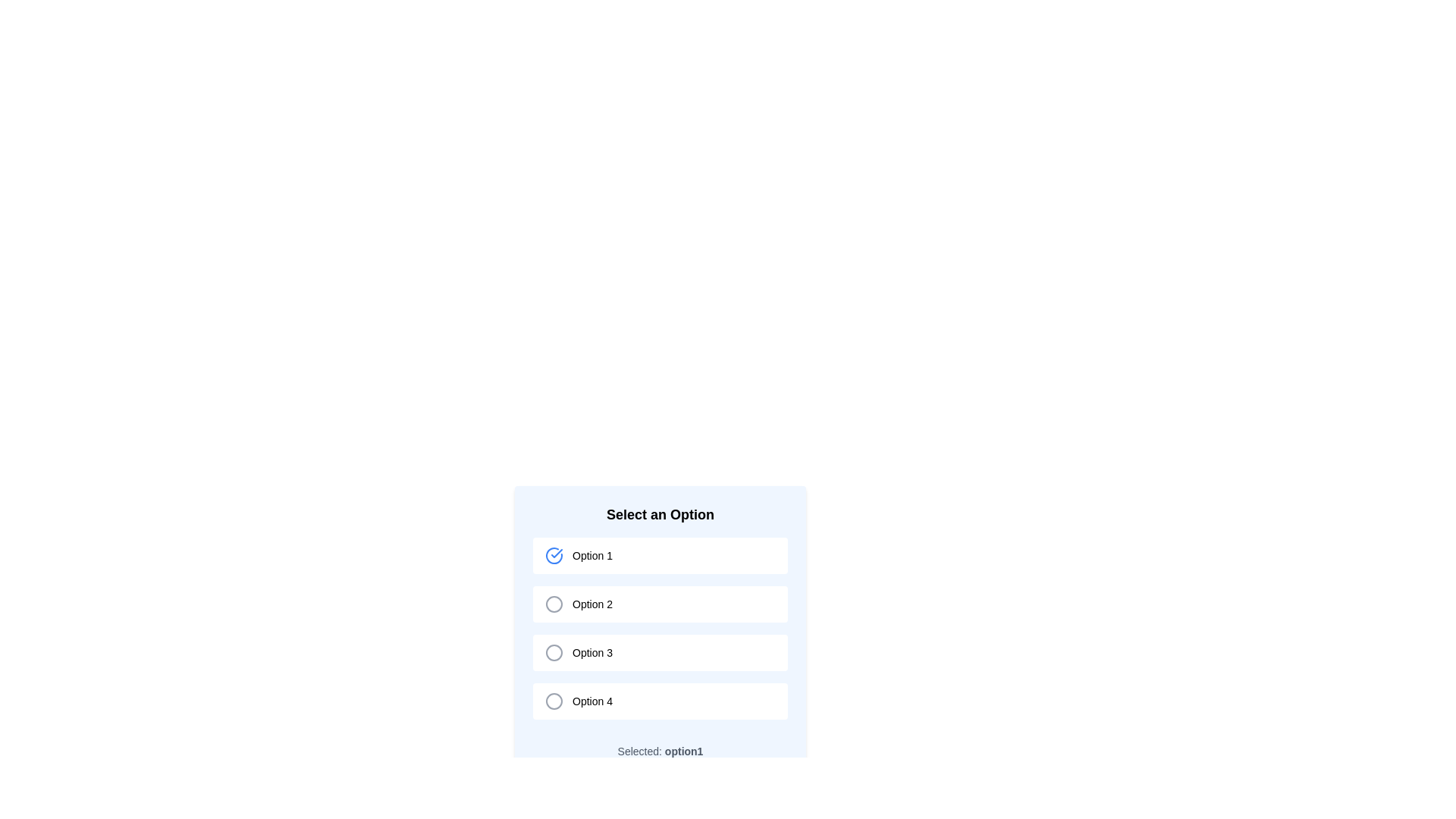  What do you see at coordinates (683, 752) in the screenshot?
I see `the static text that displays the currently selected option in the list, specifically the last word in the line 'Selected: option1'` at bounding box center [683, 752].